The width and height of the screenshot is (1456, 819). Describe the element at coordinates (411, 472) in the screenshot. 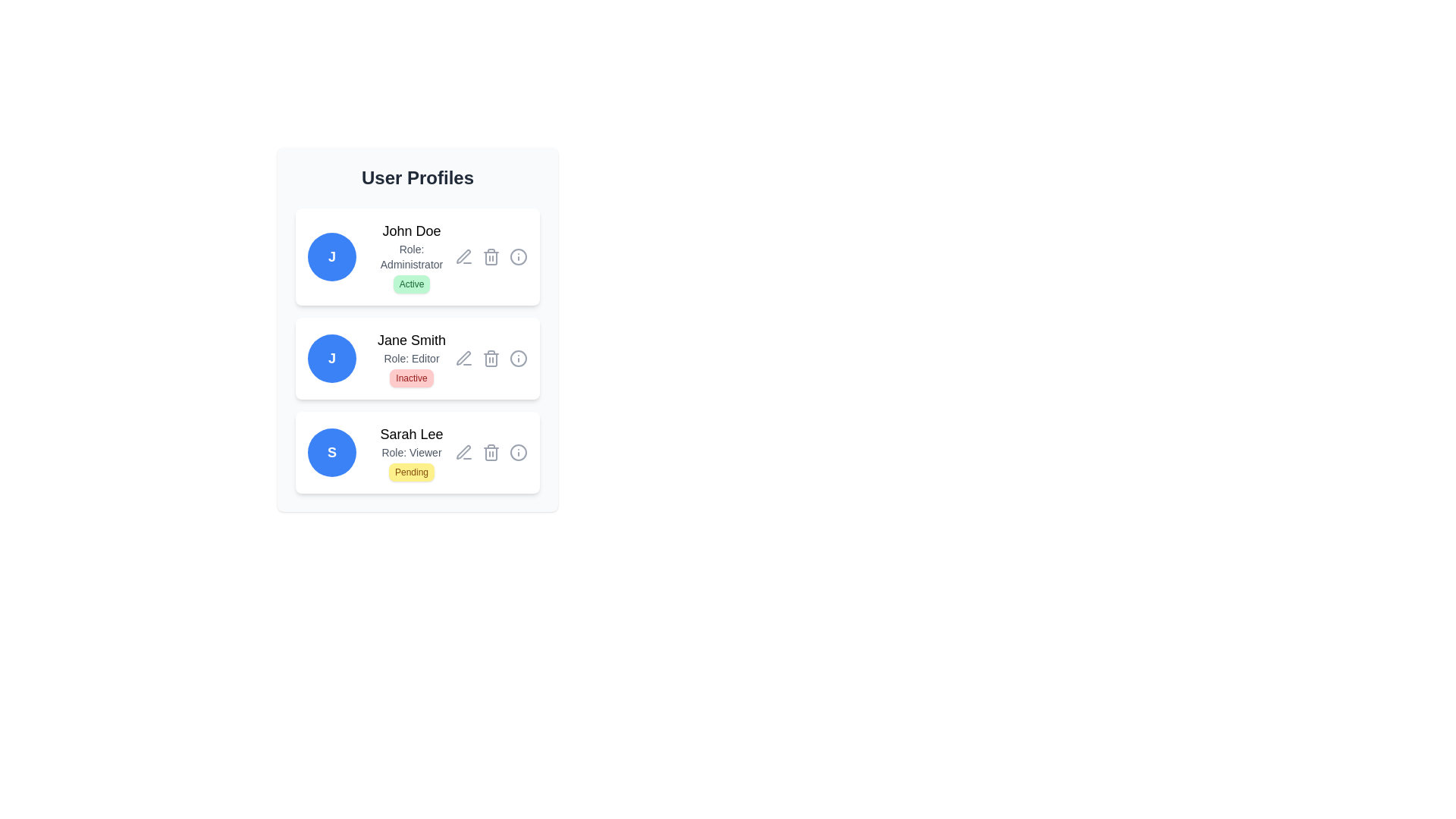

I see `the Status label displaying 'Pending' for user 'Sarah Lee', located in the third card of user profiles` at that location.